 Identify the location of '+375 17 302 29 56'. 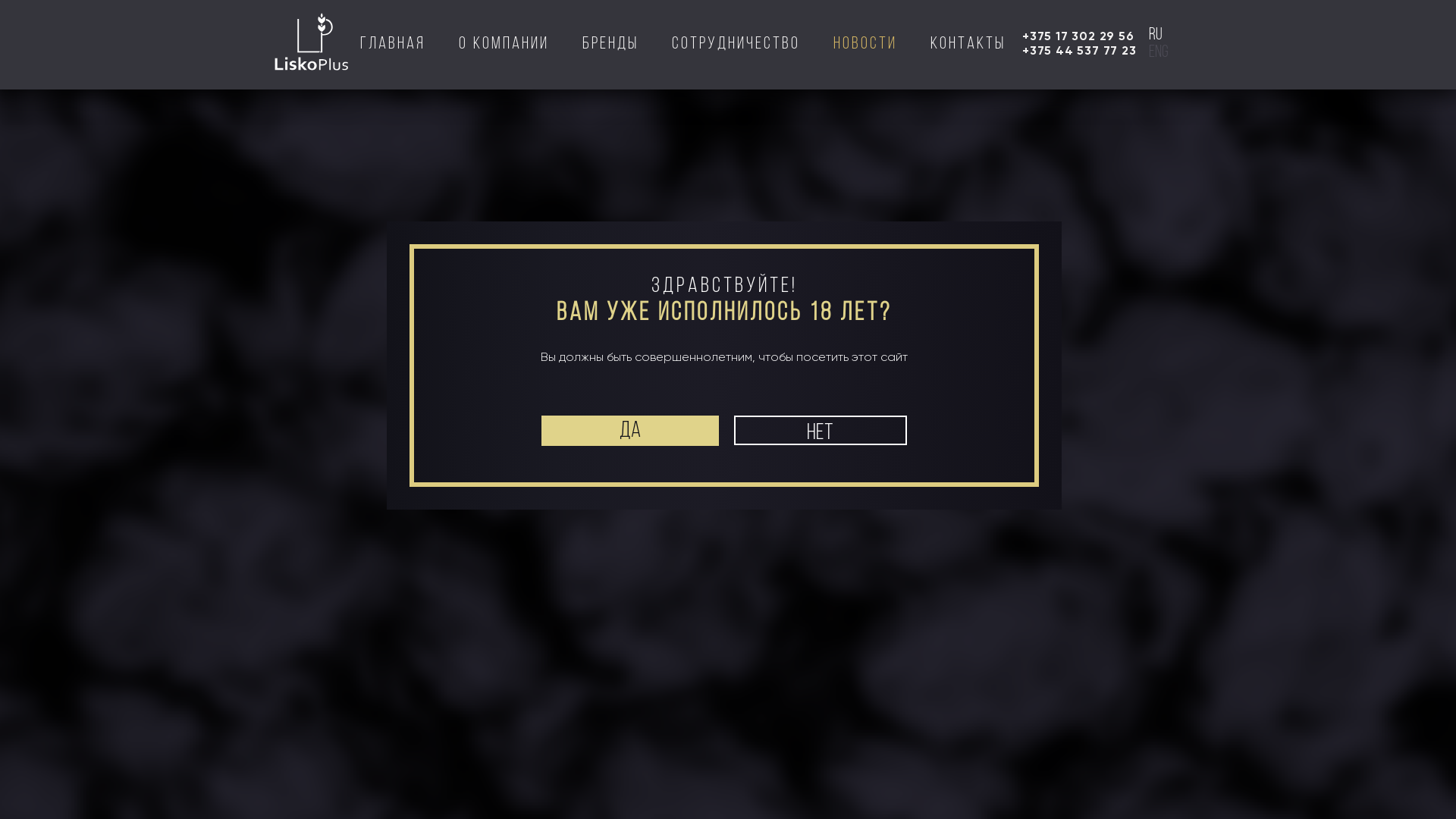
(1077, 35).